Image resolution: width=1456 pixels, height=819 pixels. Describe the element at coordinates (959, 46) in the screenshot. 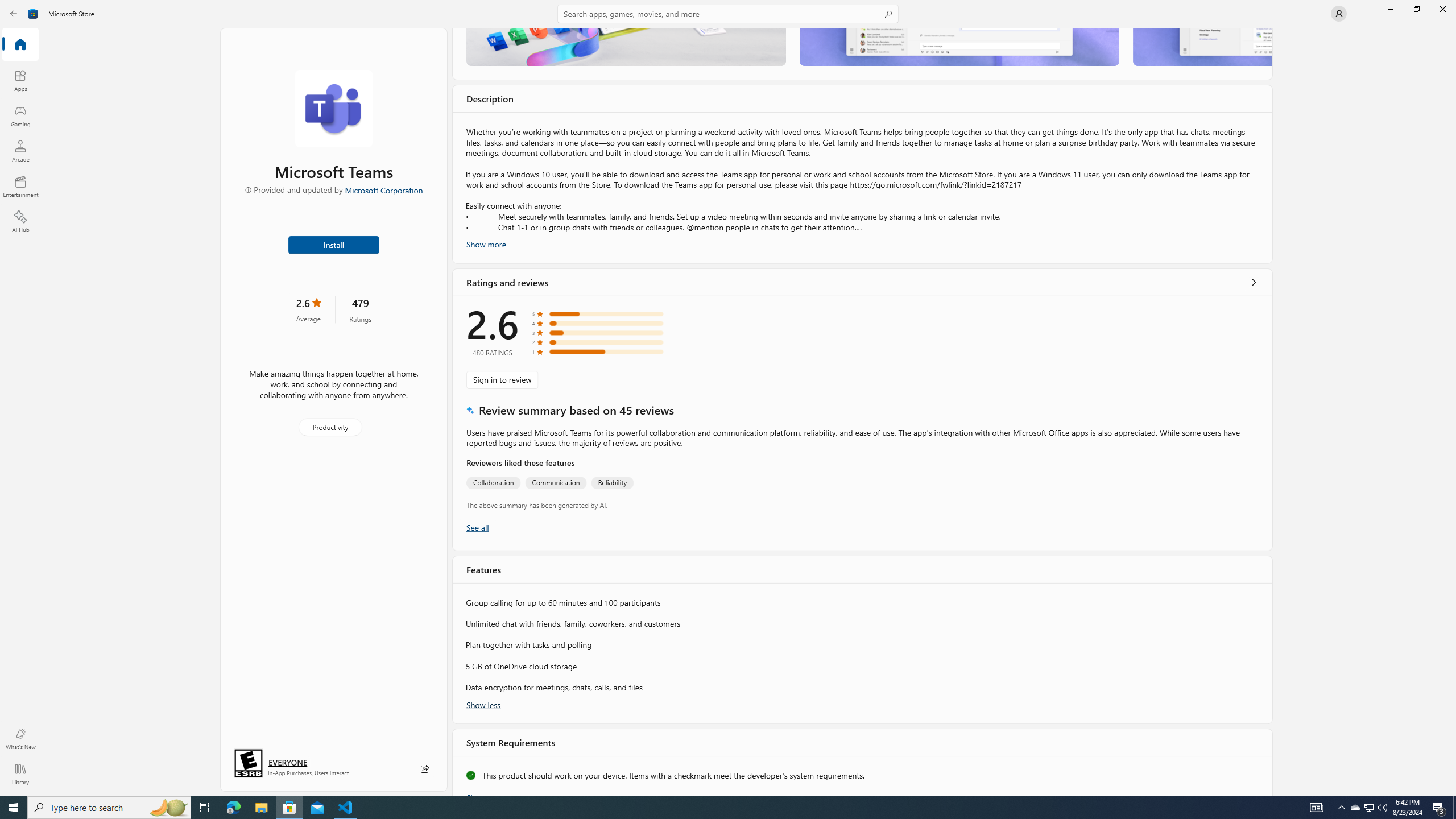

I see `'Screenshot 2'` at that location.